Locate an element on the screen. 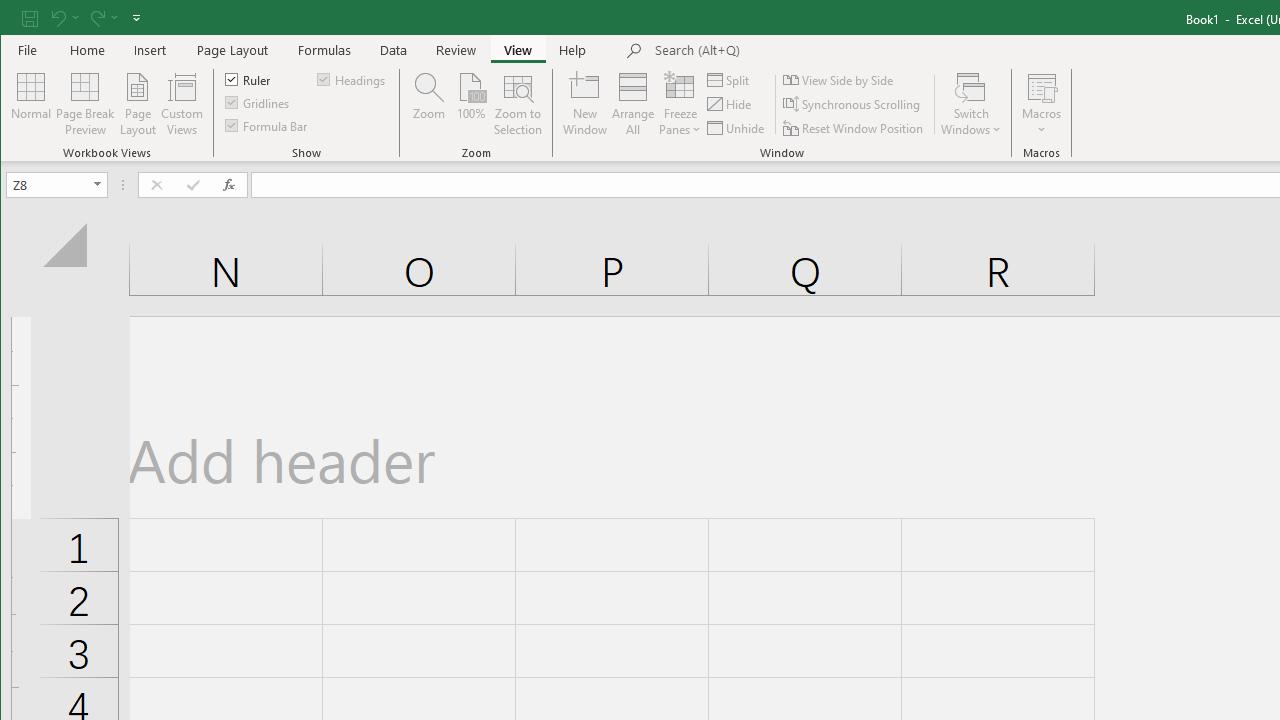 The width and height of the screenshot is (1280, 720). 'Split' is located at coordinates (729, 79).